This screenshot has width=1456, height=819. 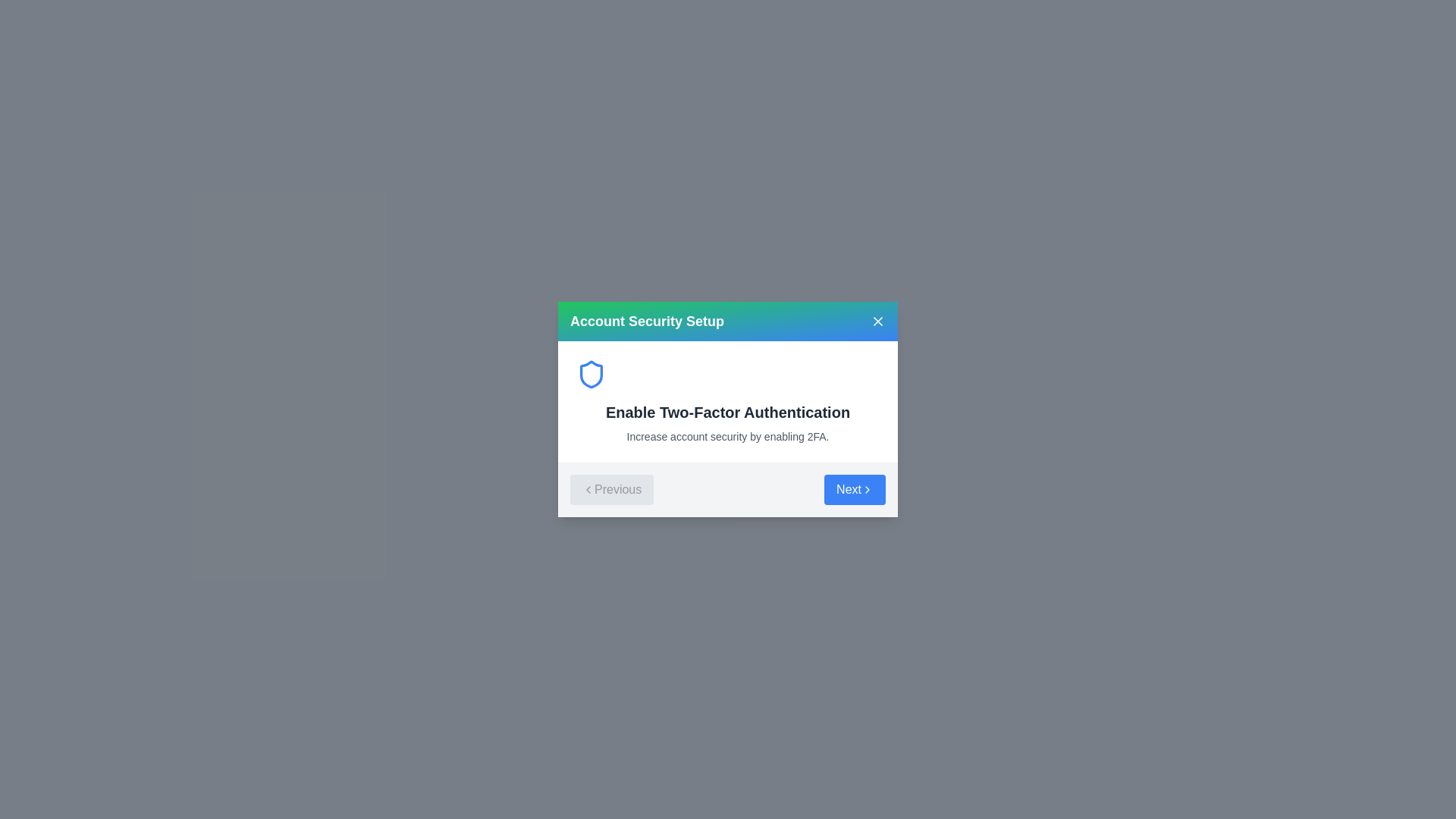 What do you see at coordinates (877, 321) in the screenshot?
I see `the close icon represented by a diagonal cross ('X') located at the top-right corner of the modal dialog box` at bounding box center [877, 321].